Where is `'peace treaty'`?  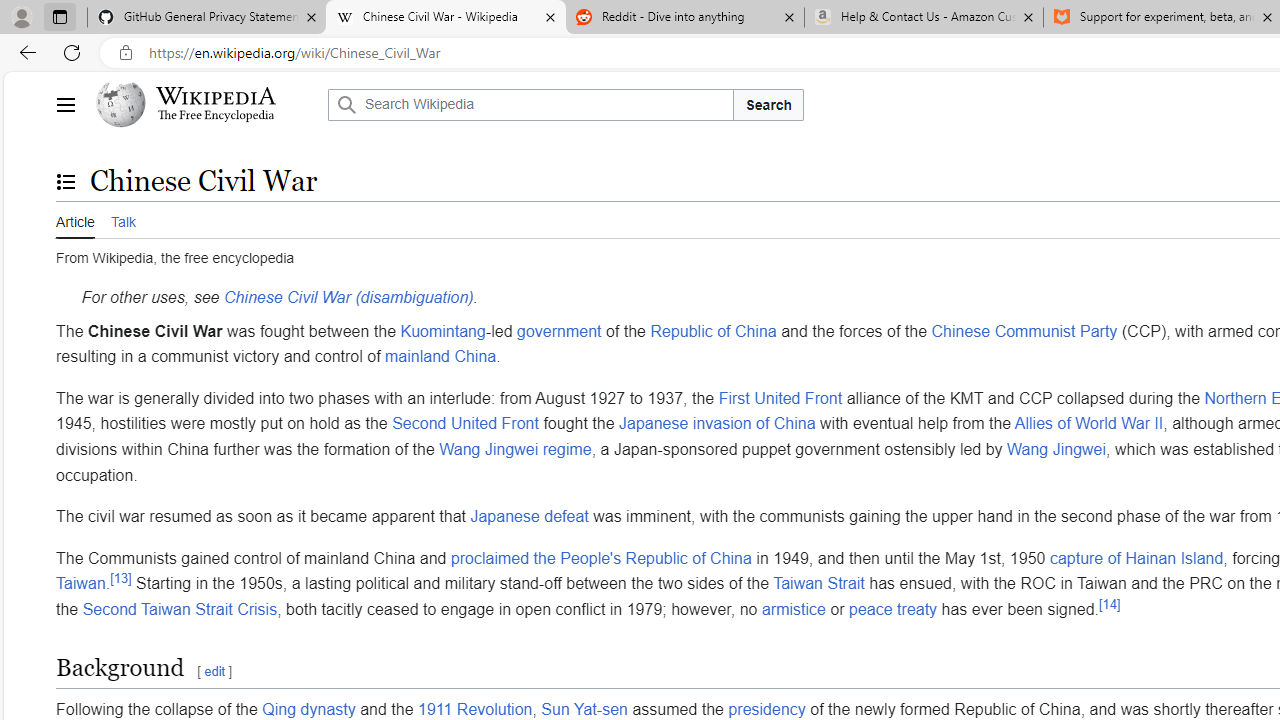 'peace treaty' is located at coordinates (892, 607).